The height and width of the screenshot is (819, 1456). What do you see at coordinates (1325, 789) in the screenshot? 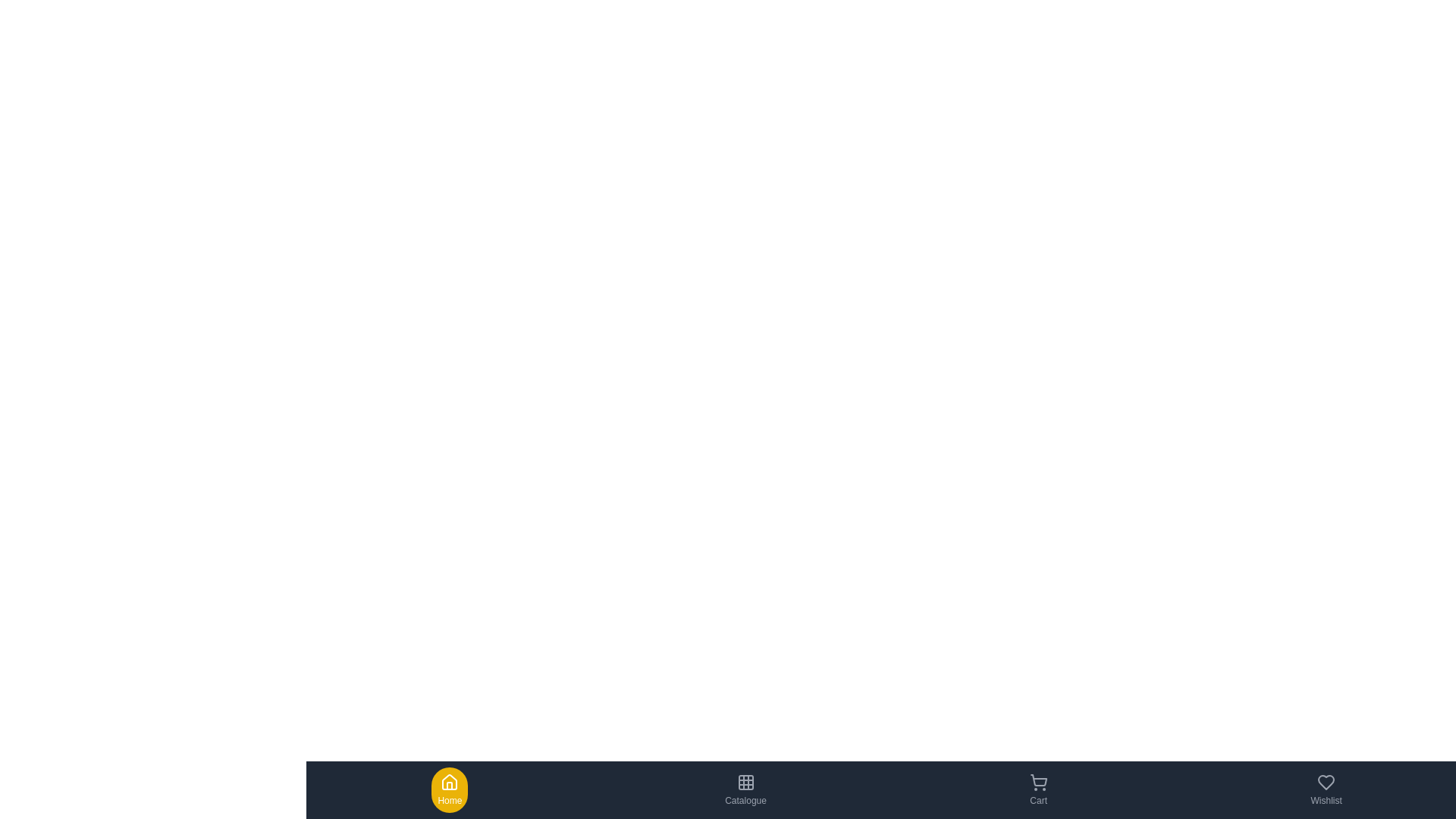
I see `the Wishlist tab to navigate to its section` at bounding box center [1325, 789].